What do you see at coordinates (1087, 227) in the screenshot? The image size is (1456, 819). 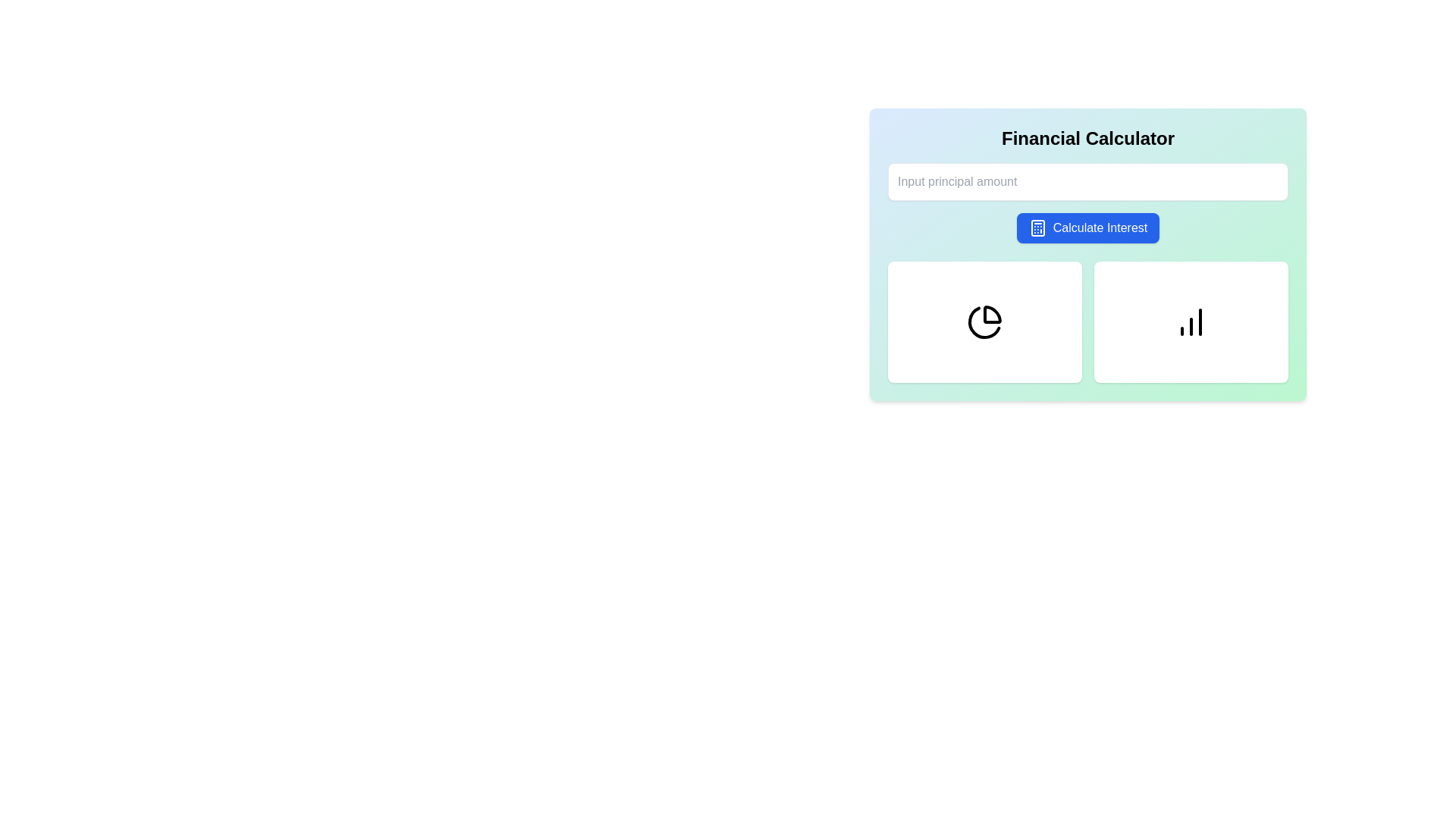 I see `the 'Calculate Interest' button with a blue background and white text located in the 'Financial Calculator' card` at bounding box center [1087, 227].